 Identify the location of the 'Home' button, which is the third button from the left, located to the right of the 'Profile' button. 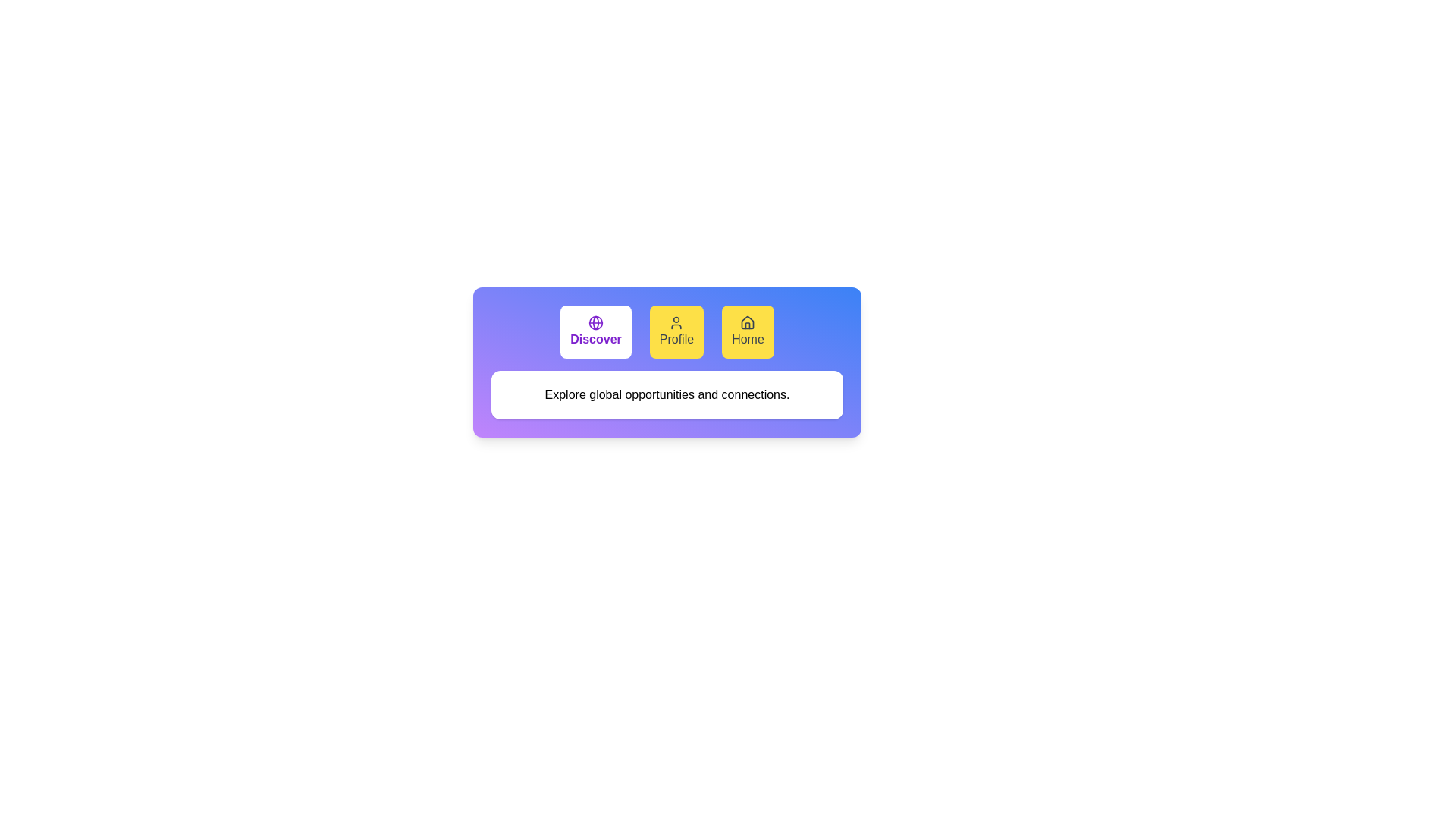
(748, 331).